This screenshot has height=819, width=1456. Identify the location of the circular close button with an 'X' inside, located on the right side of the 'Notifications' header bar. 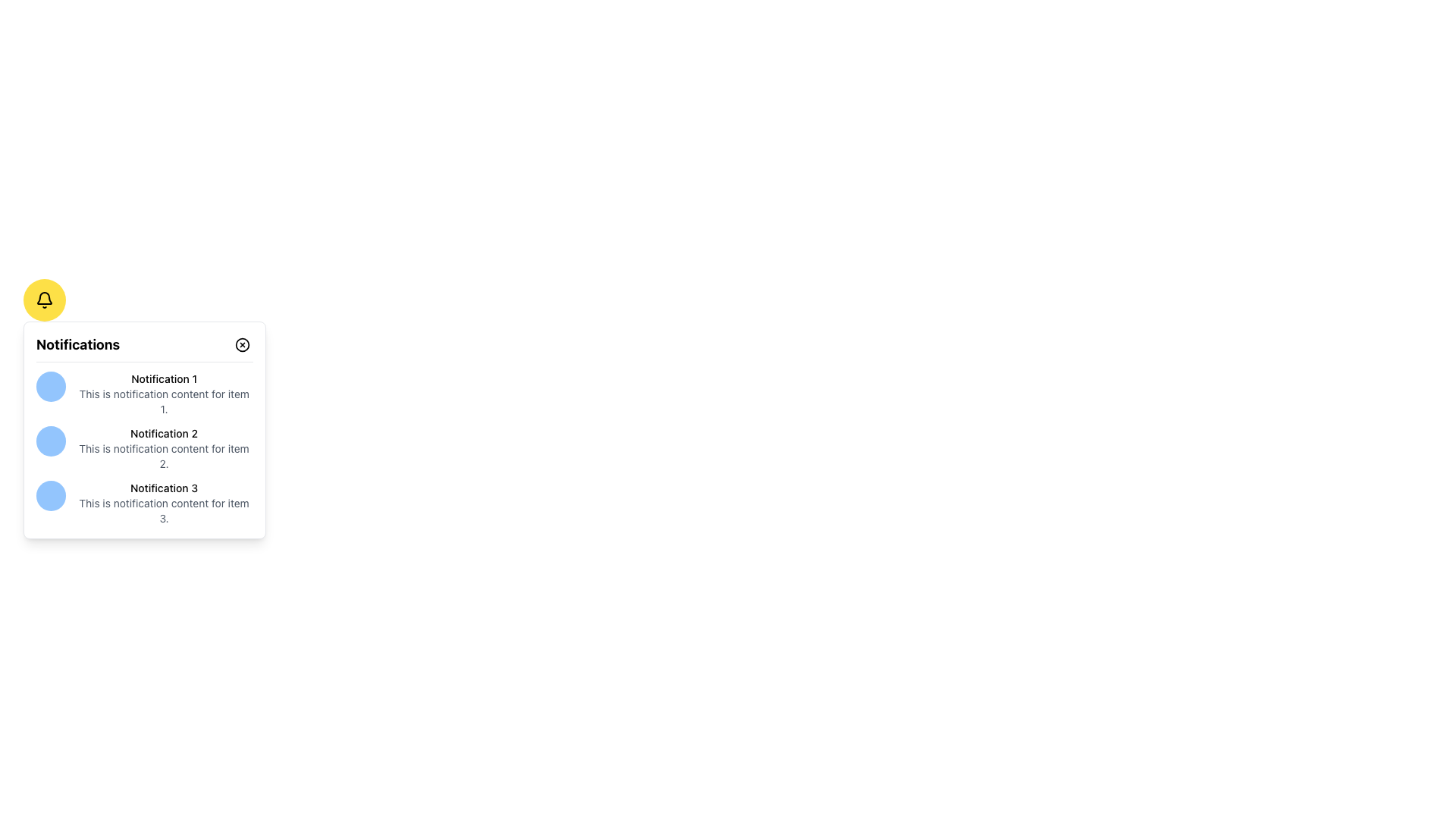
(243, 345).